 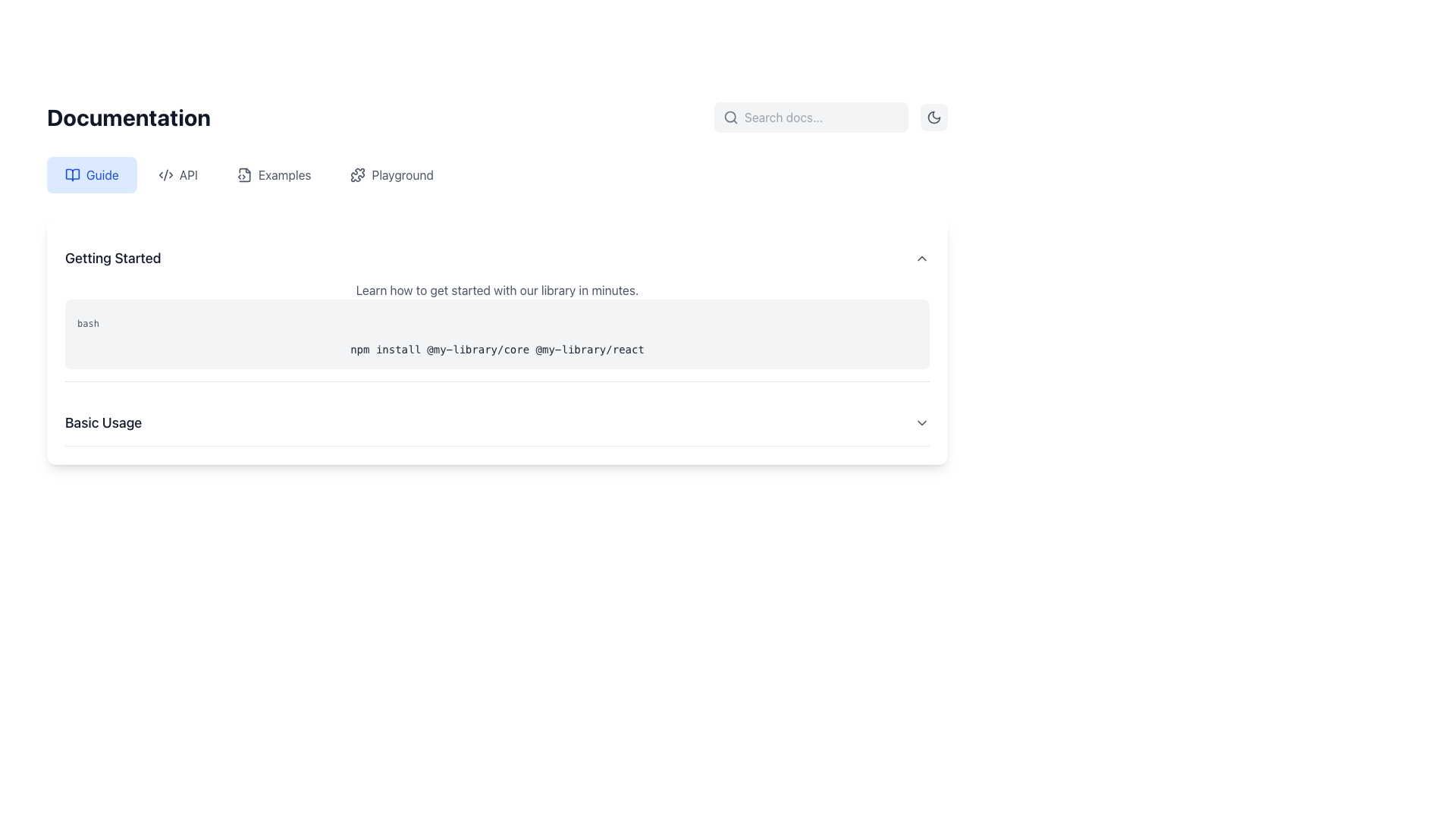 I want to click on the link in the navigation bar located beneath the main title 'Documentation', so click(x=497, y=174).